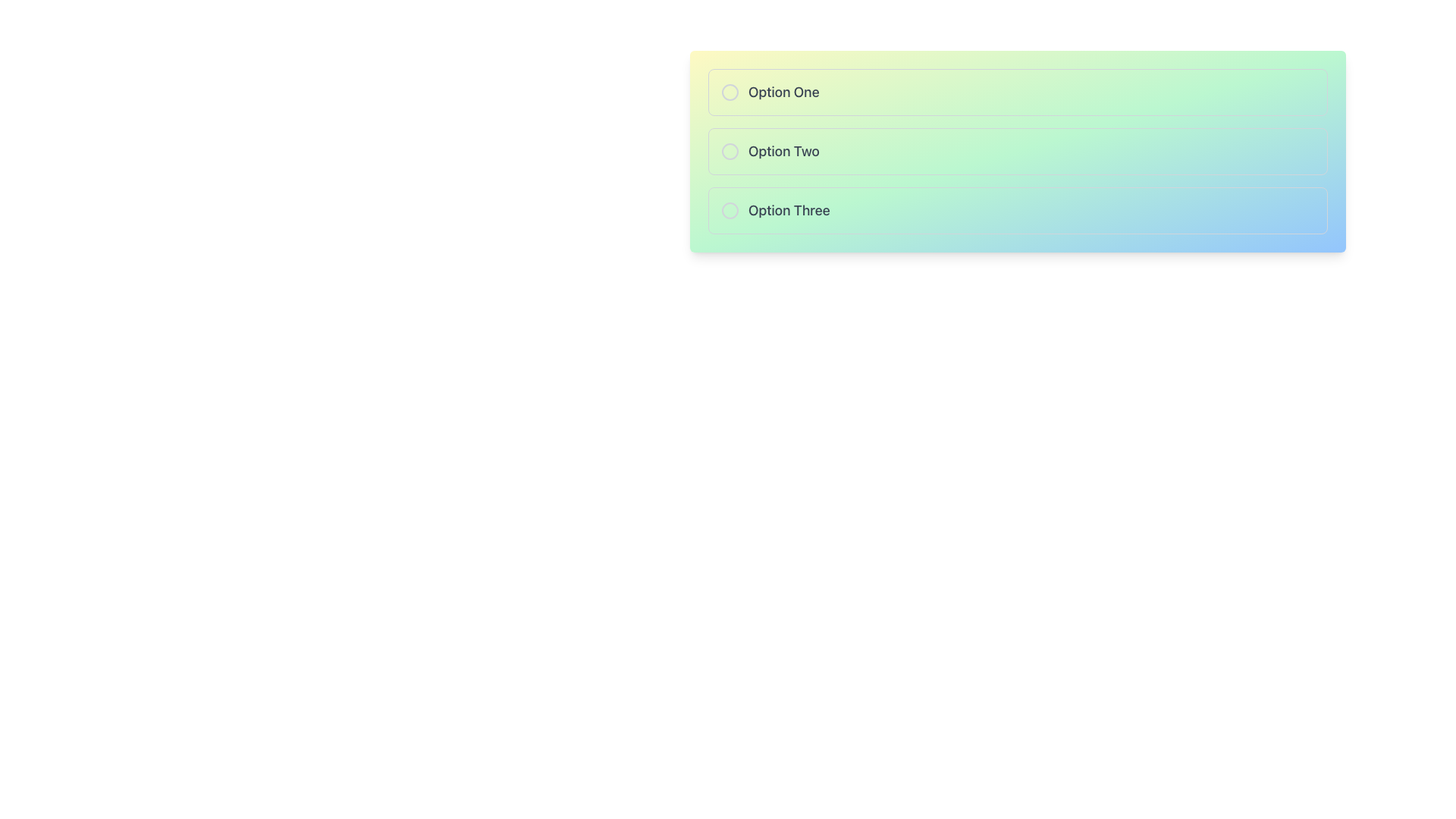  Describe the element at coordinates (1018, 152) in the screenshot. I see `the second selectable option with a radio button, positioned centrally between 'Option One' and 'Option Three', to apply hover effects` at that location.